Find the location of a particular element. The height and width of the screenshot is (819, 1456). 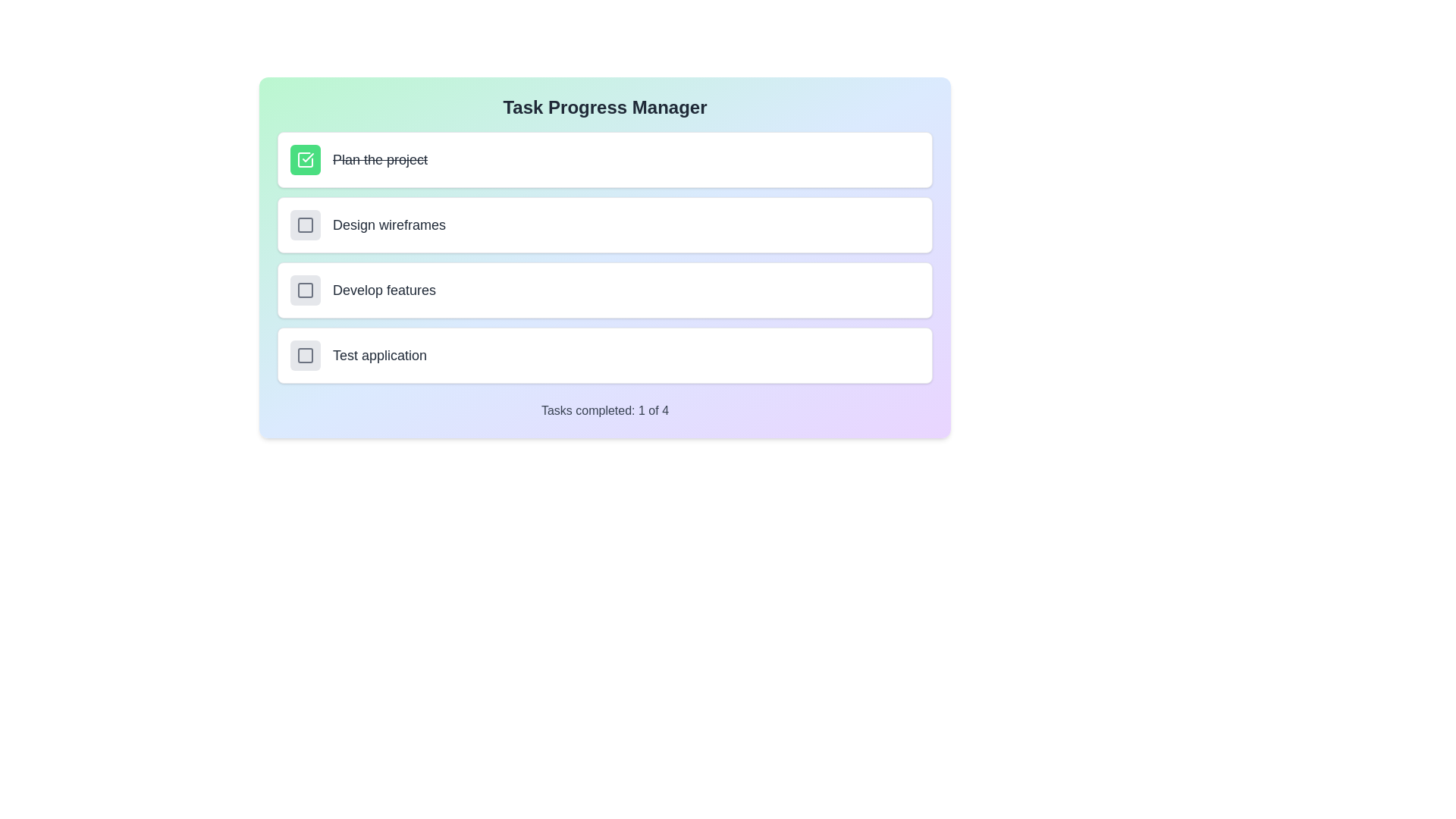

the checkbox element, which is a square-shaped icon with rounded corners, gray background, and border, located to the left of the text 'Test application' is located at coordinates (305, 356).